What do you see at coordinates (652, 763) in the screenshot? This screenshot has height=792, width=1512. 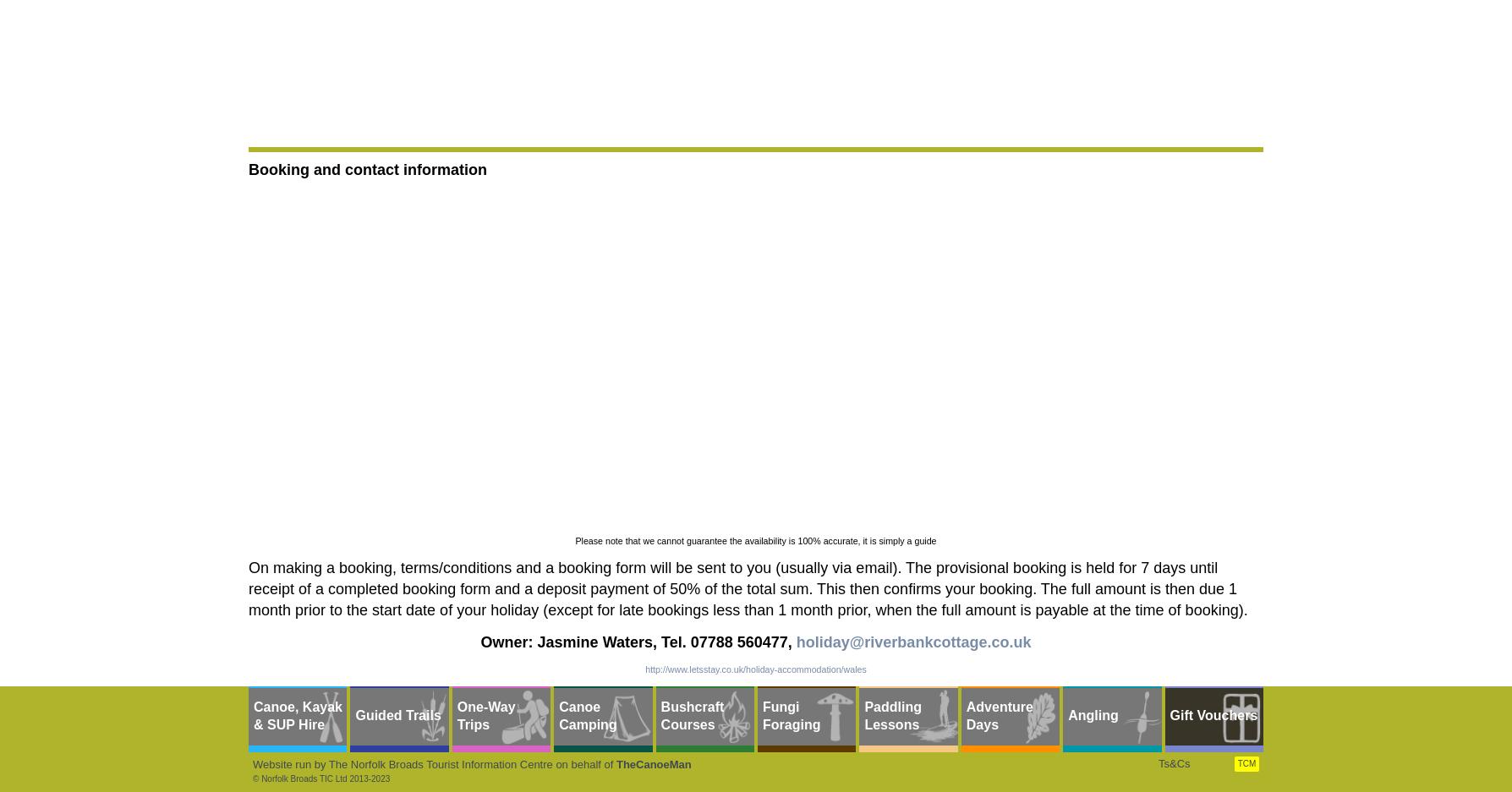 I see `'TheCanoeMan'` at bounding box center [652, 763].